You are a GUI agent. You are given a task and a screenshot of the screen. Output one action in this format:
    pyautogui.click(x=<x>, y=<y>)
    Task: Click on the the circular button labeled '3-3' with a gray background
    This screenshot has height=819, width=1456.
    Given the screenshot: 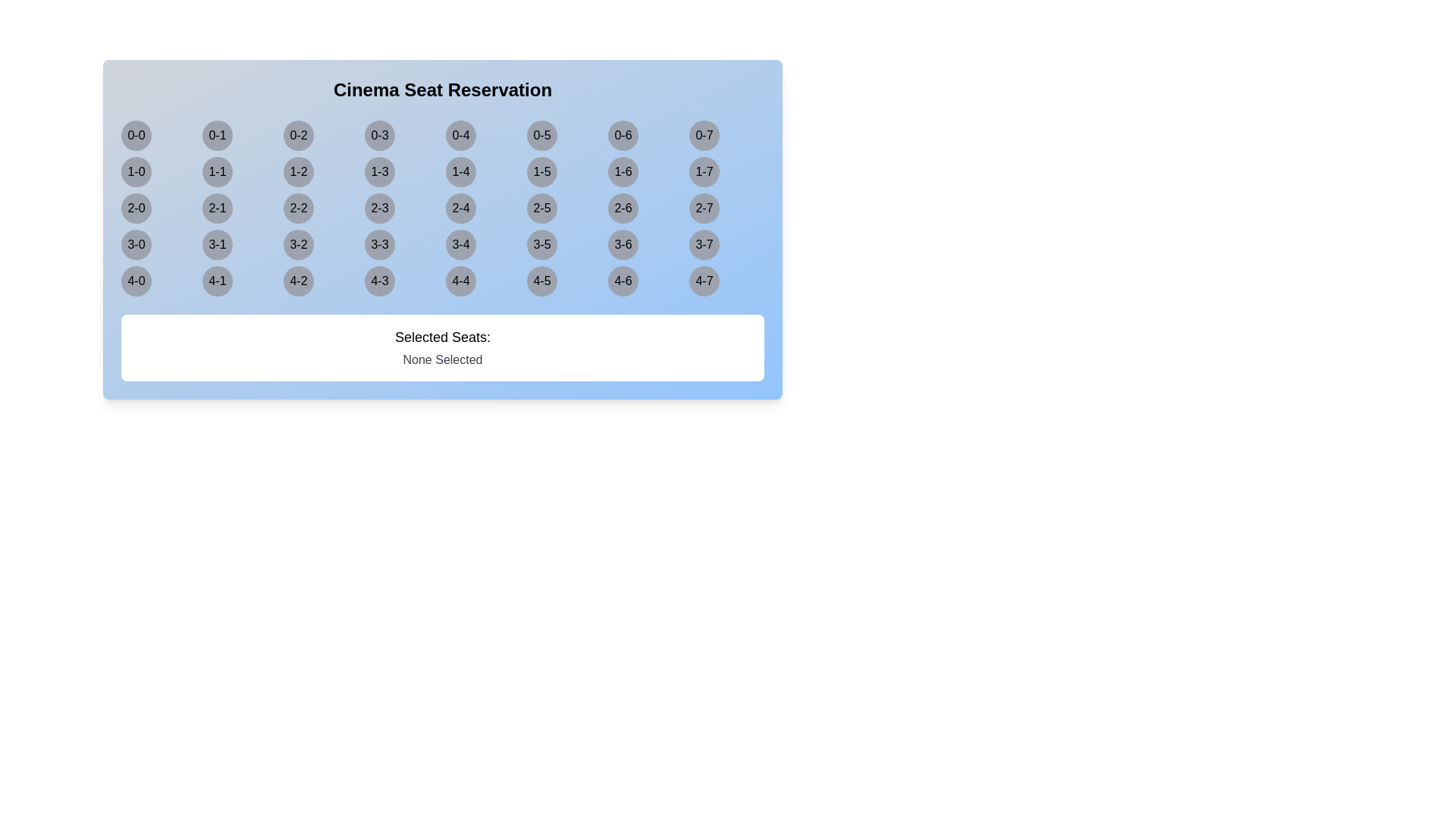 What is the action you would take?
    pyautogui.click(x=379, y=244)
    